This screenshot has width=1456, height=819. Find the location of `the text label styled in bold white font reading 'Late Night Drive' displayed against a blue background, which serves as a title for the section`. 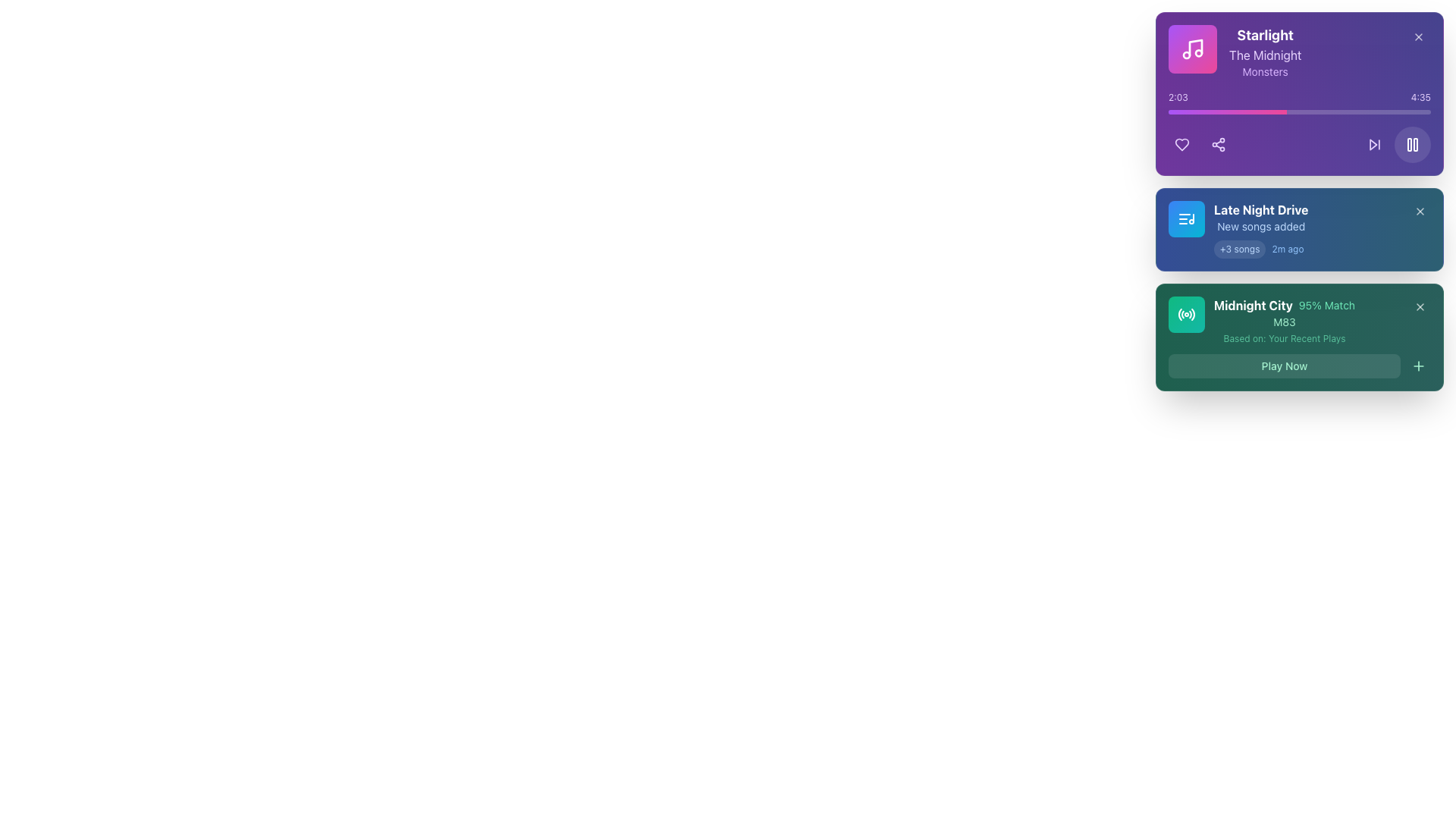

the text label styled in bold white font reading 'Late Night Drive' displayed against a blue background, which serves as a title for the section is located at coordinates (1261, 210).